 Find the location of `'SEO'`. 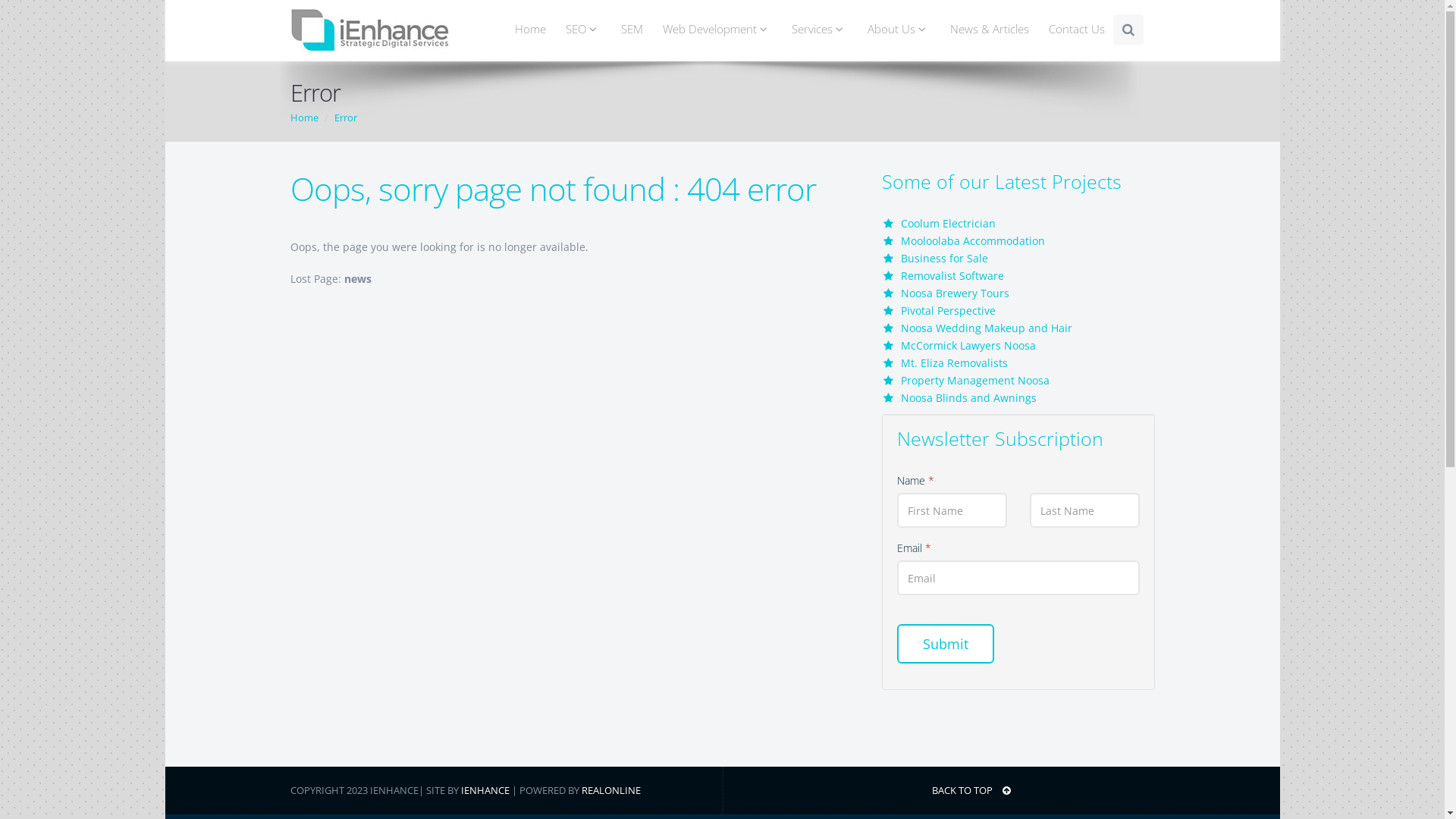

'SEO' is located at coordinates (582, 29).